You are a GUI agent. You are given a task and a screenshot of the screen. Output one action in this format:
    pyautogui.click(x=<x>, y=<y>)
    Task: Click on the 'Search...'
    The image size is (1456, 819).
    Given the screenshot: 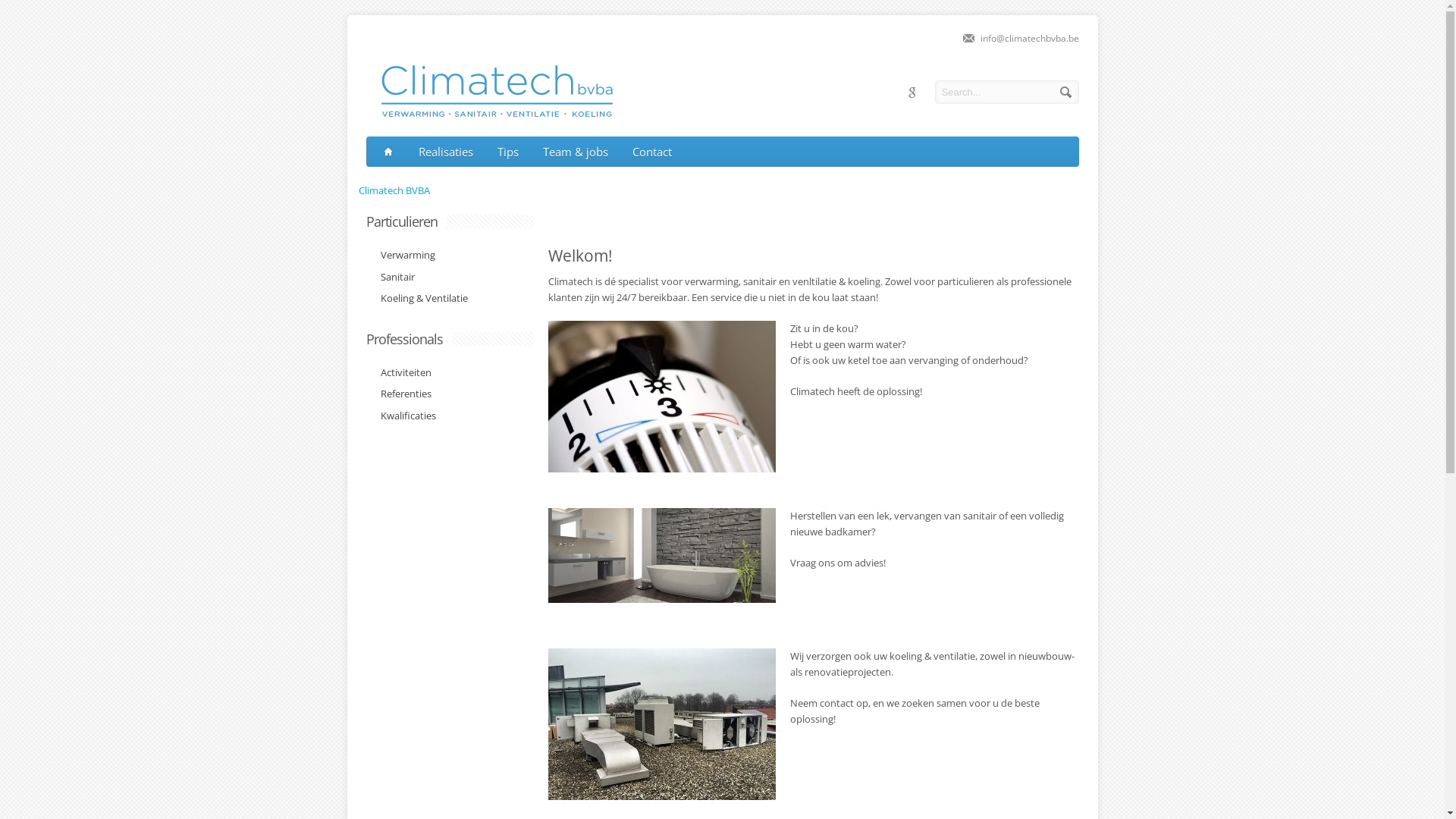 What is the action you would take?
    pyautogui.click(x=1006, y=92)
    